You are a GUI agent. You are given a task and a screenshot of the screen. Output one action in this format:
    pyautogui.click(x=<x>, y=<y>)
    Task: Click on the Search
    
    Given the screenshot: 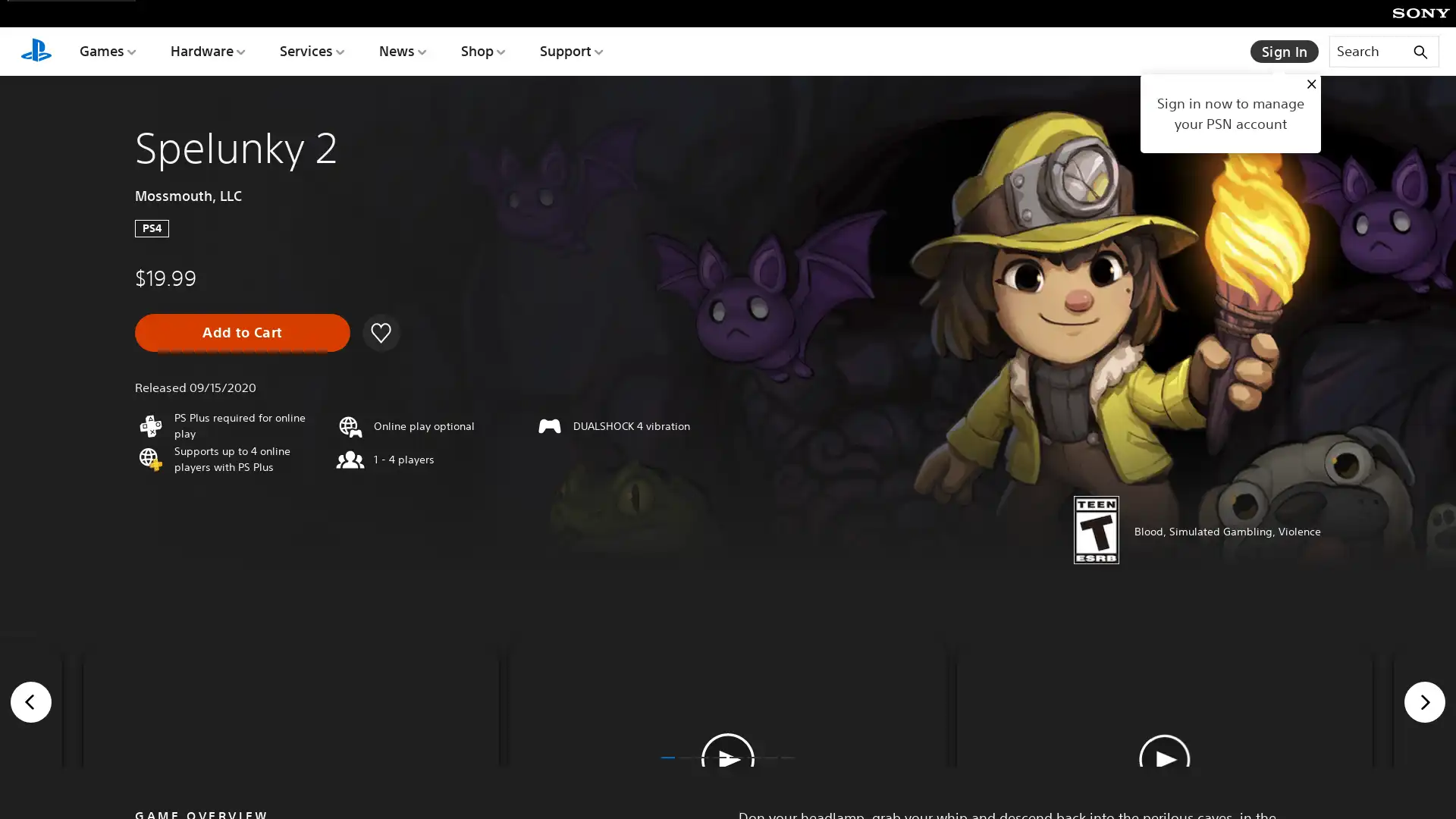 What is the action you would take?
    pyautogui.click(x=1383, y=50)
    